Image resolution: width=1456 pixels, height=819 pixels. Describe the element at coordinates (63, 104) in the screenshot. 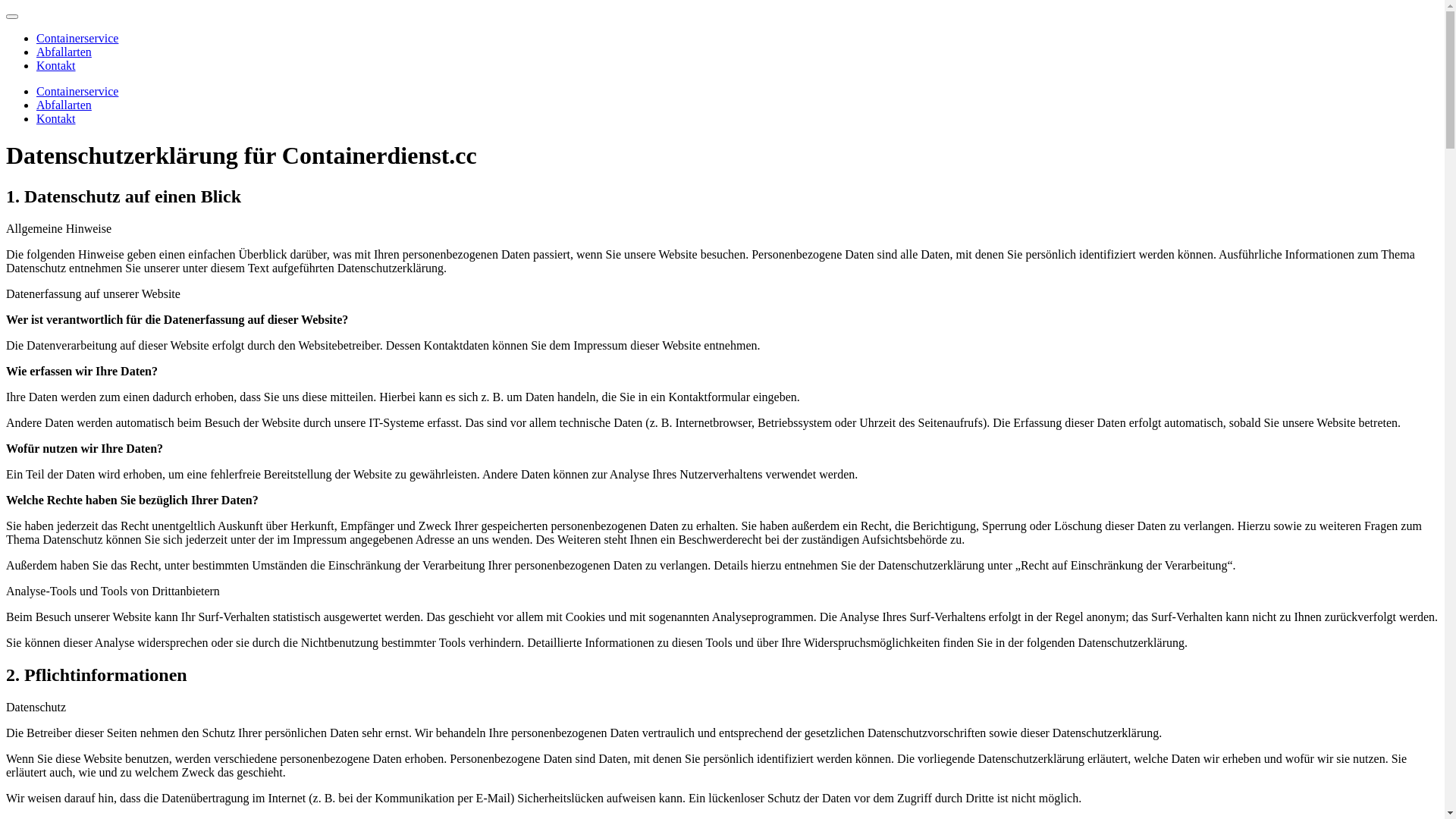

I see `'Abfallarten'` at that location.